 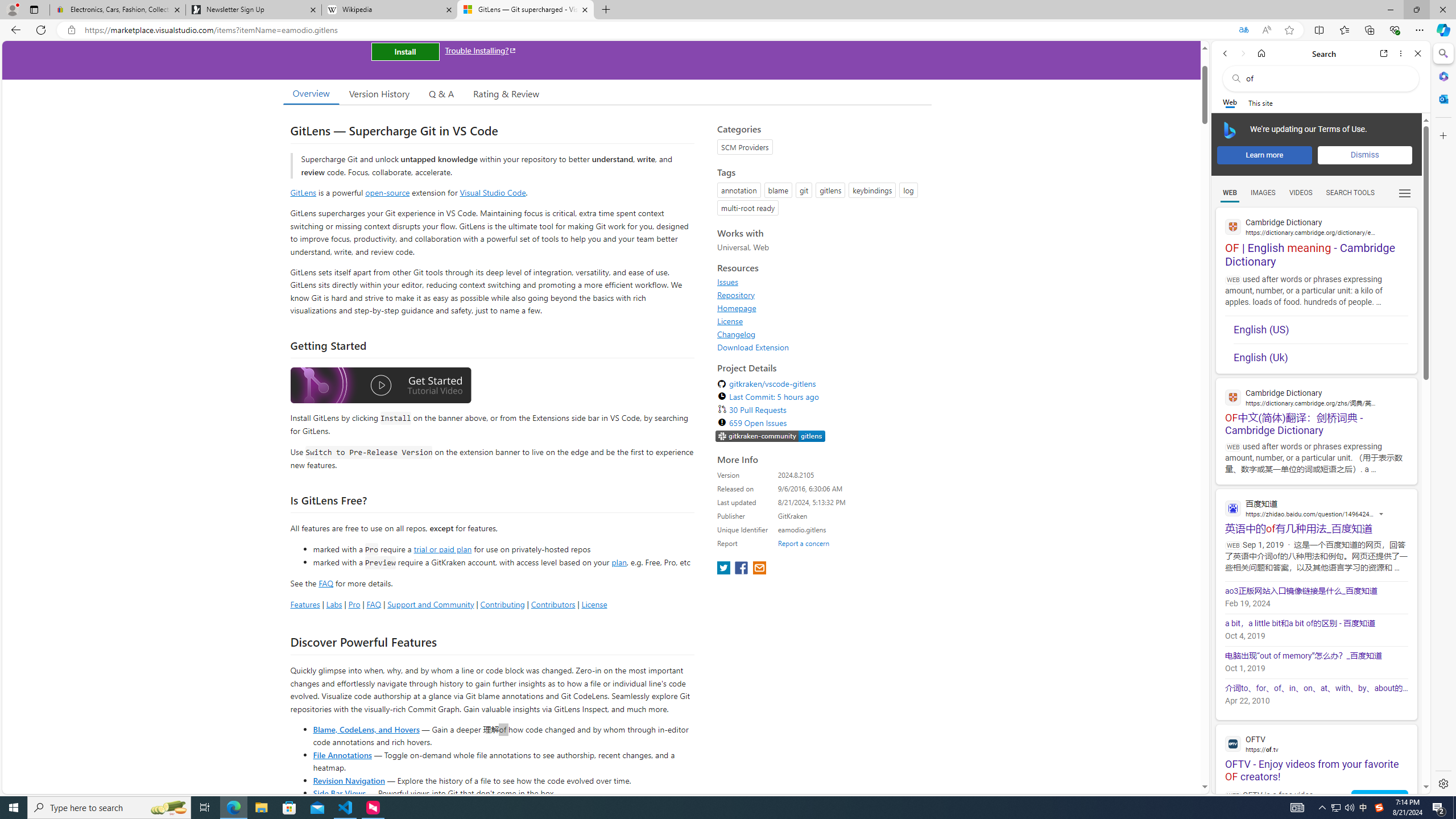 What do you see at coordinates (728, 282) in the screenshot?
I see `'Issues'` at bounding box center [728, 282].